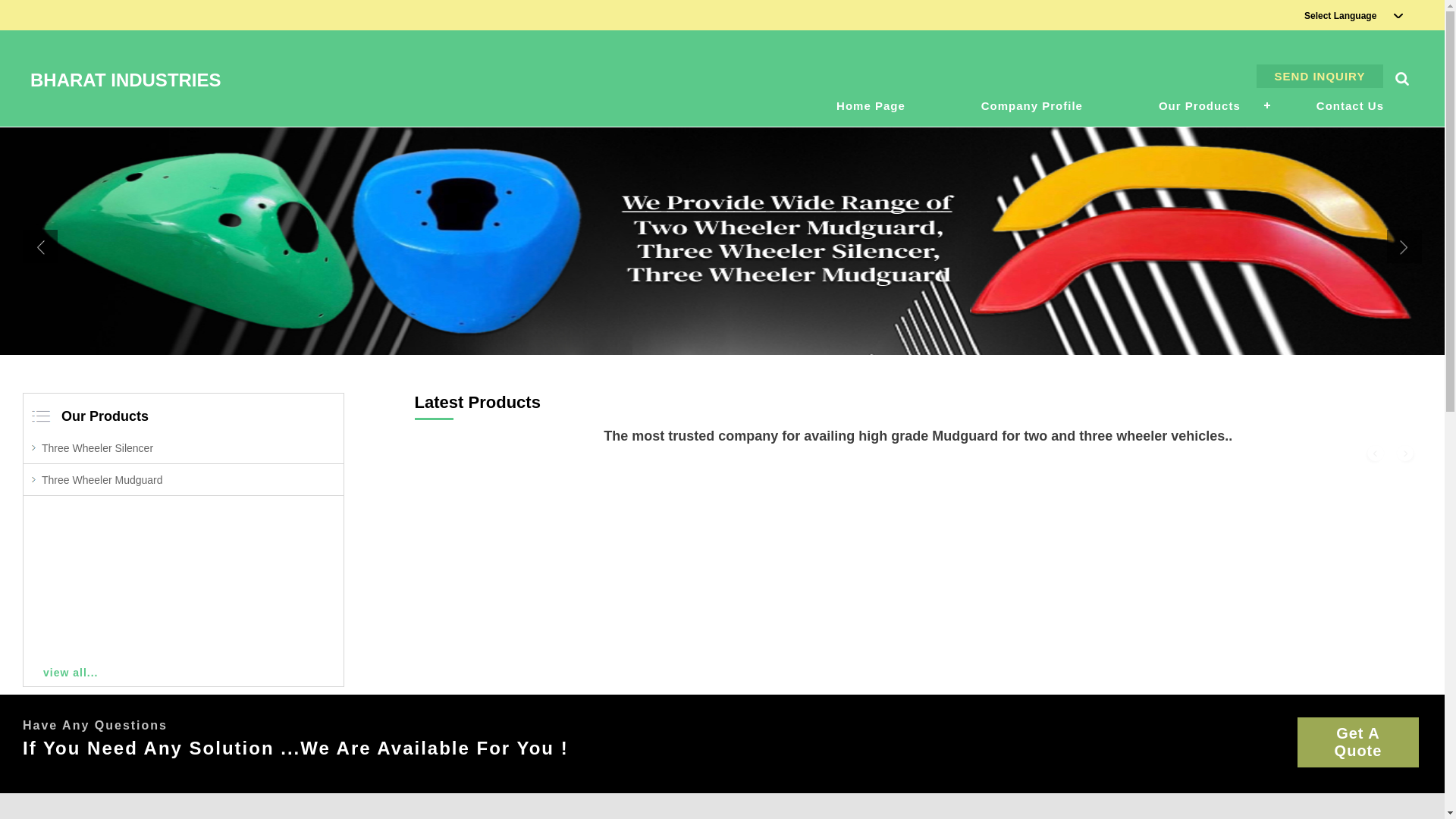  Describe the element at coordinates (1350, 105) in the screenshot. I see `'Contact Us'` at that location.